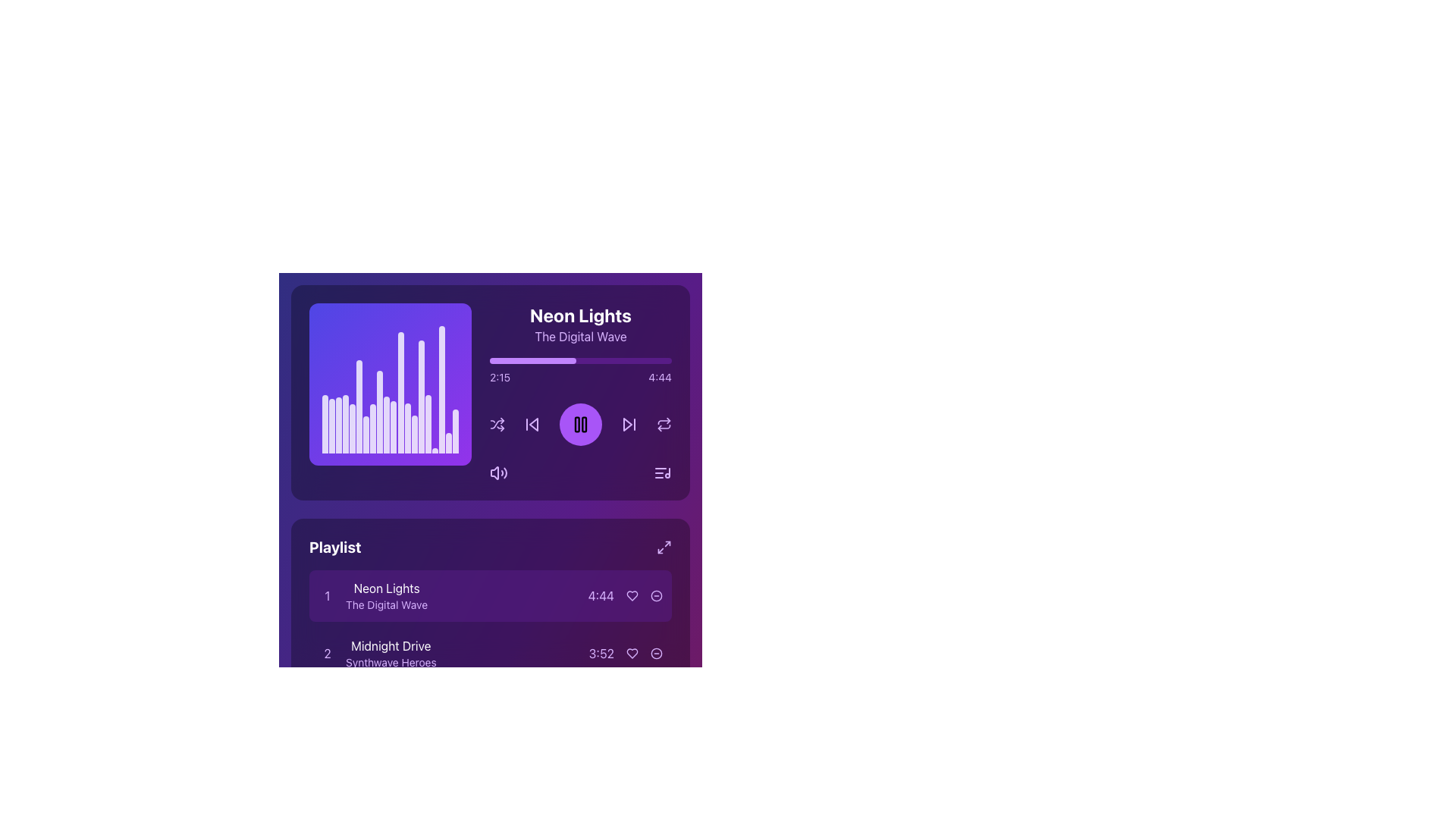 The image size is (1456, 819). What do you see at coordinates (455, 431) in the screenshot?
I see `changes in height or appearance of the 19th bar in the music visualizer component, which is part of a grid of 20 bars located within a square-shaped gradient background visualizer section` at bounding box center [455, 431].